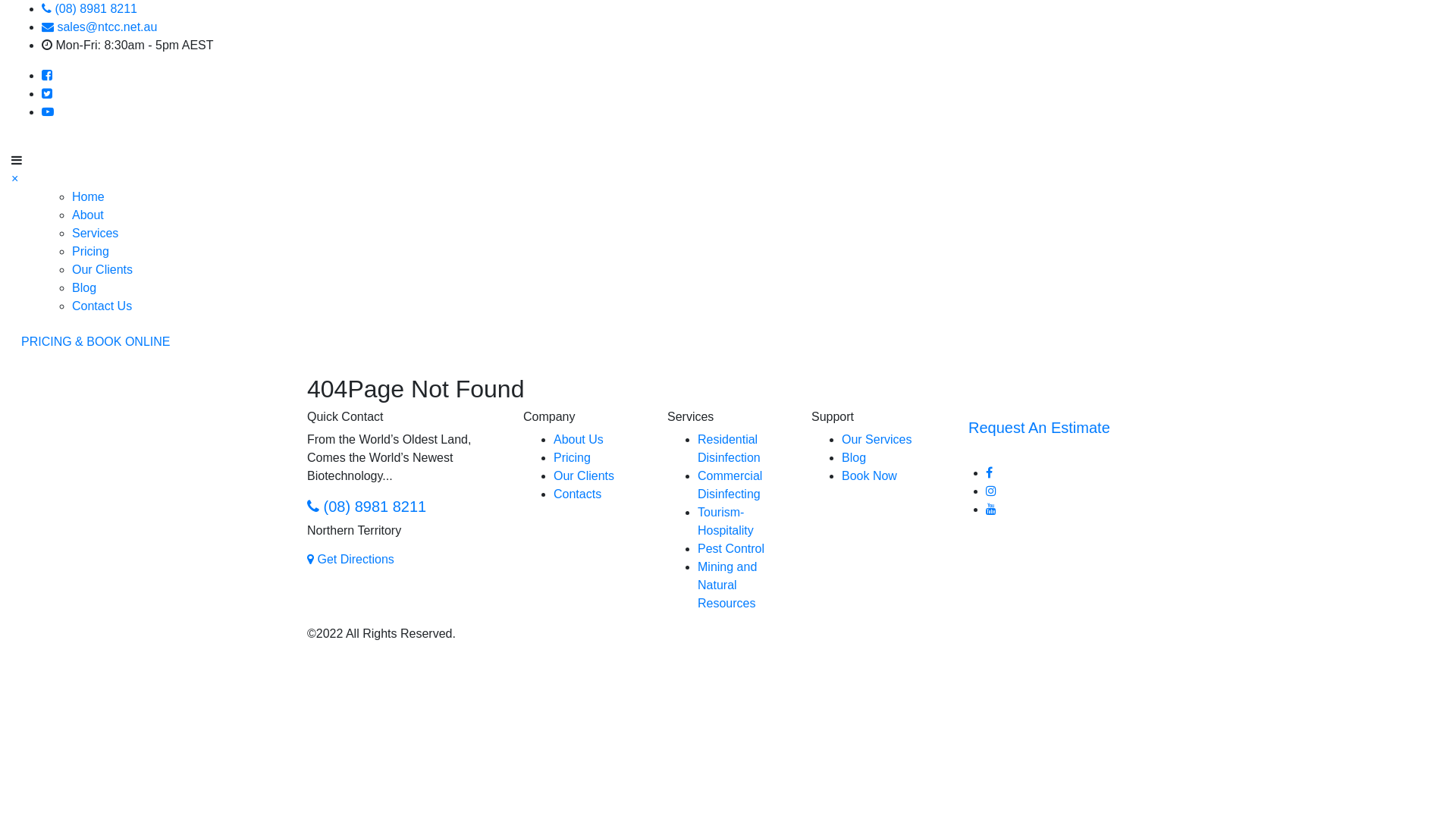 This screenshot has height=819, width=1456. Describe the element at coordinates (730, 485) in the screenshot. I see `'Commercial Disinfecting'` at that location.